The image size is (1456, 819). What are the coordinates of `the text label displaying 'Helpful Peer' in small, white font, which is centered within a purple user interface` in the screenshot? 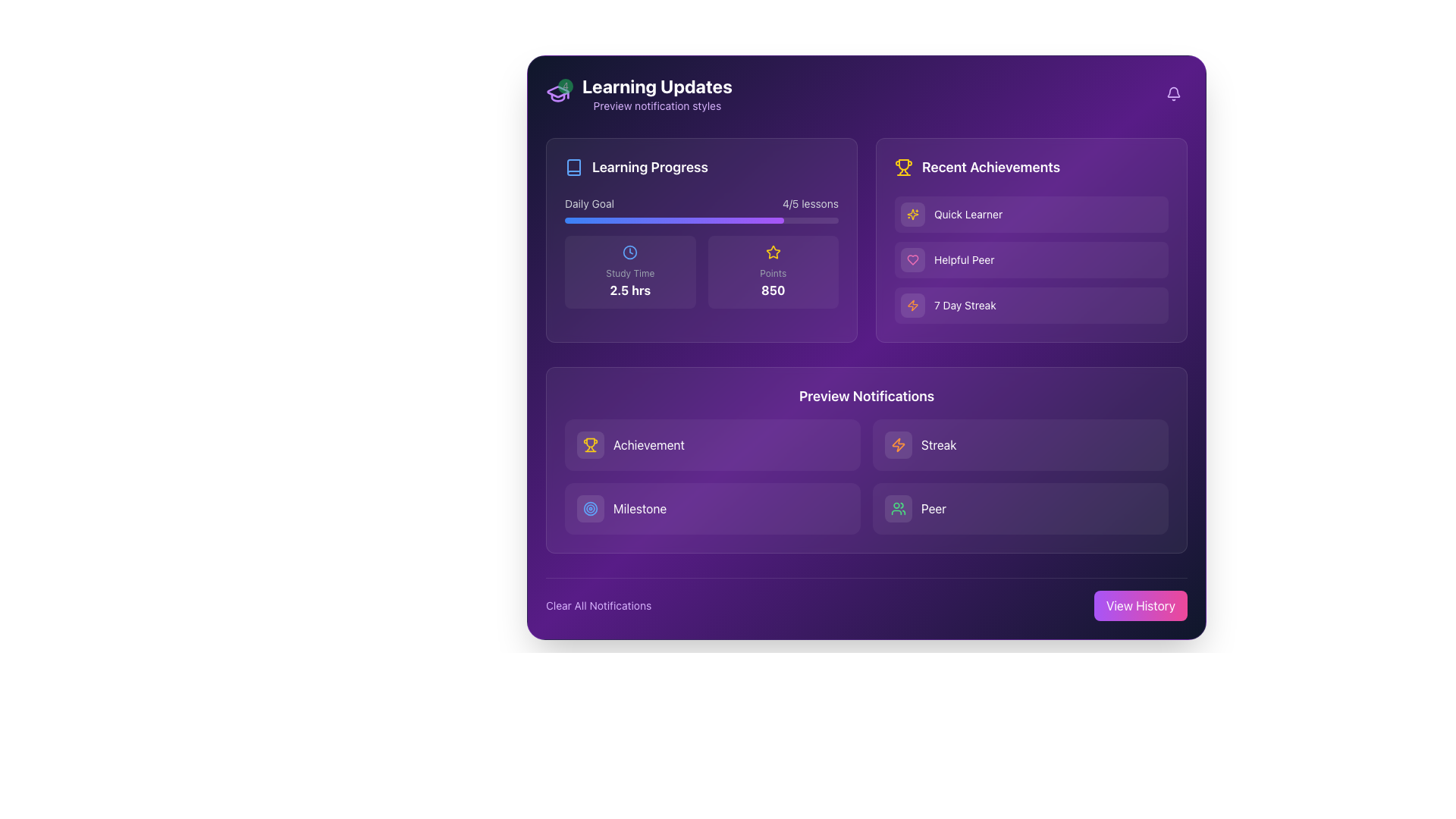 It's located at (963, 259).